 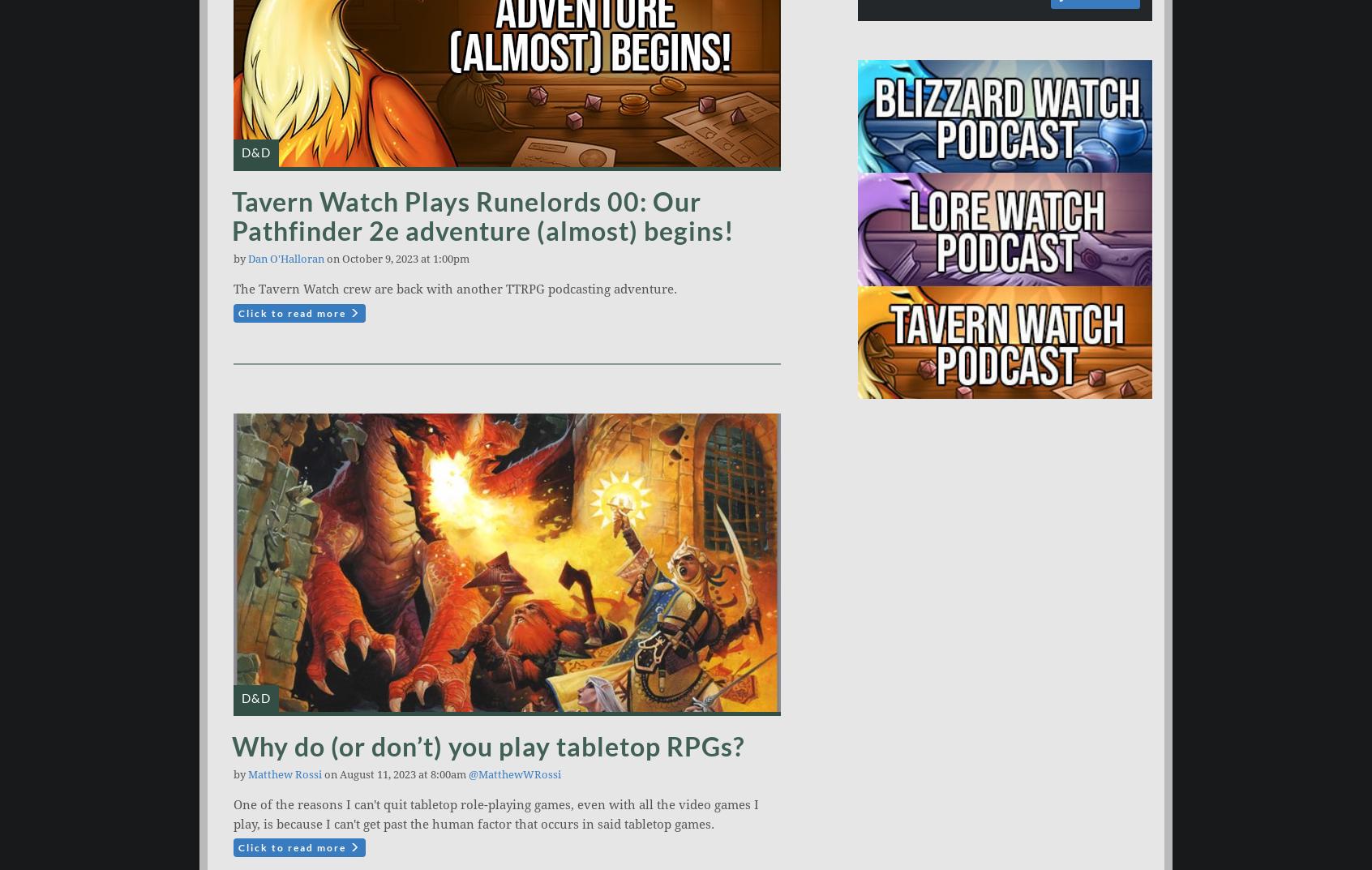 I want to click on 'One of the reasons I can't quit tabletop role-playing games, even with all the video games I play, is because I can't get past the human factor that occurs in said tabletop games.', so click(x=495, y=813).